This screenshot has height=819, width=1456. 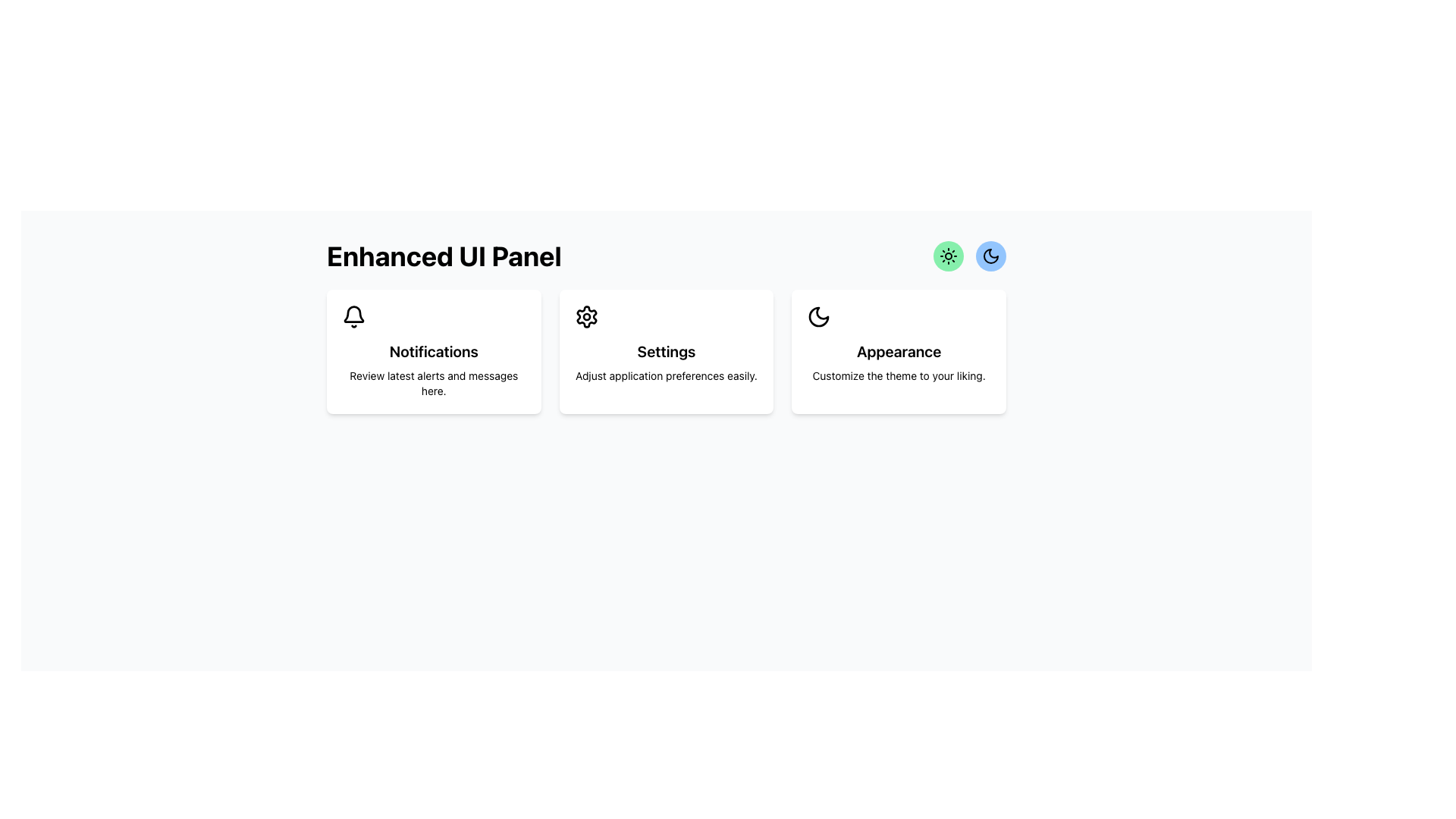 What do you see at coordinates (990, 256) in the screenshot?
I see `the crescent moon icon within the circular 'Dark Mode' button` at bounding box center [990, 256].